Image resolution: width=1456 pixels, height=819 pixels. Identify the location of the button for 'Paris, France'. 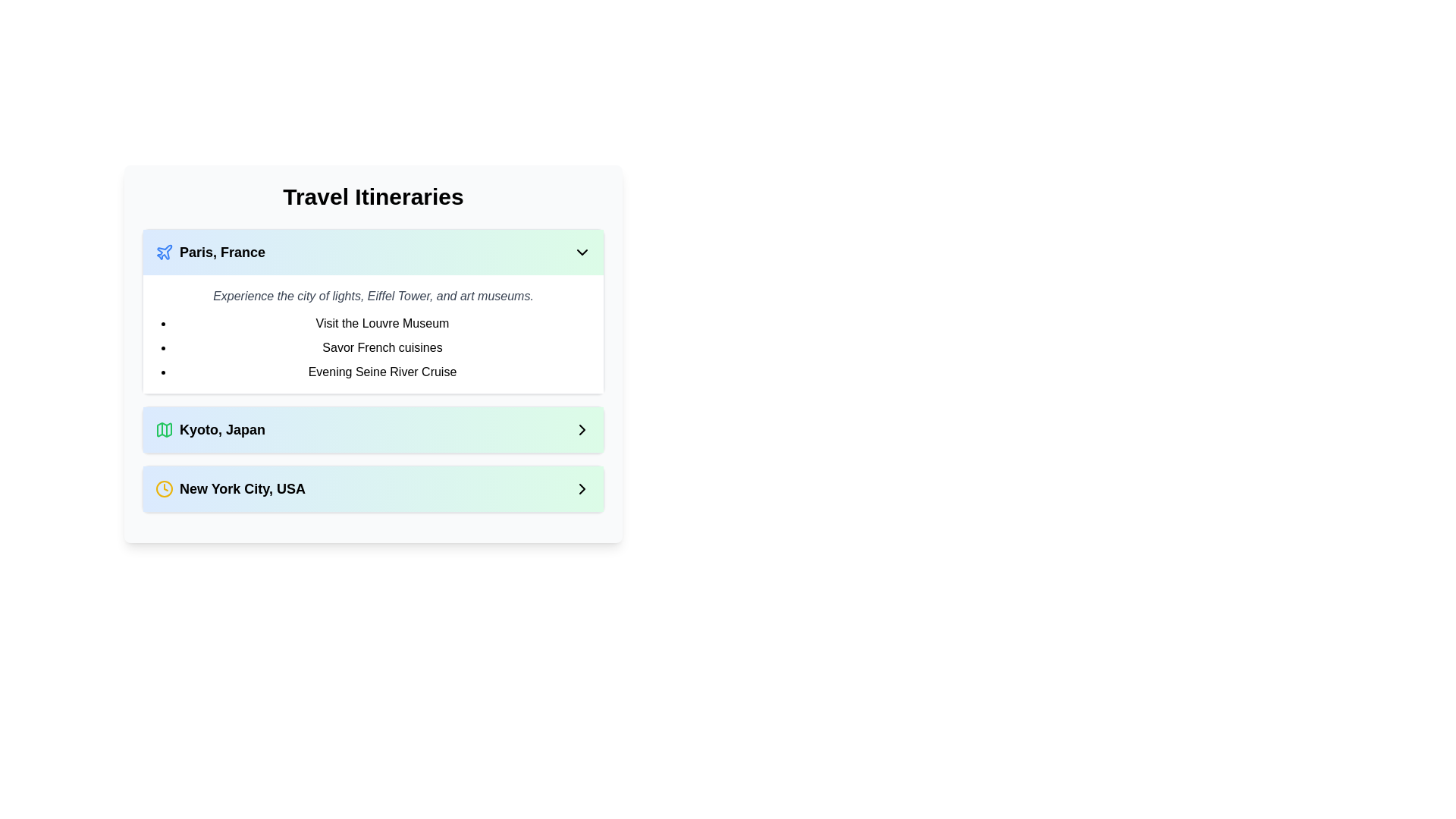
(373, 251).